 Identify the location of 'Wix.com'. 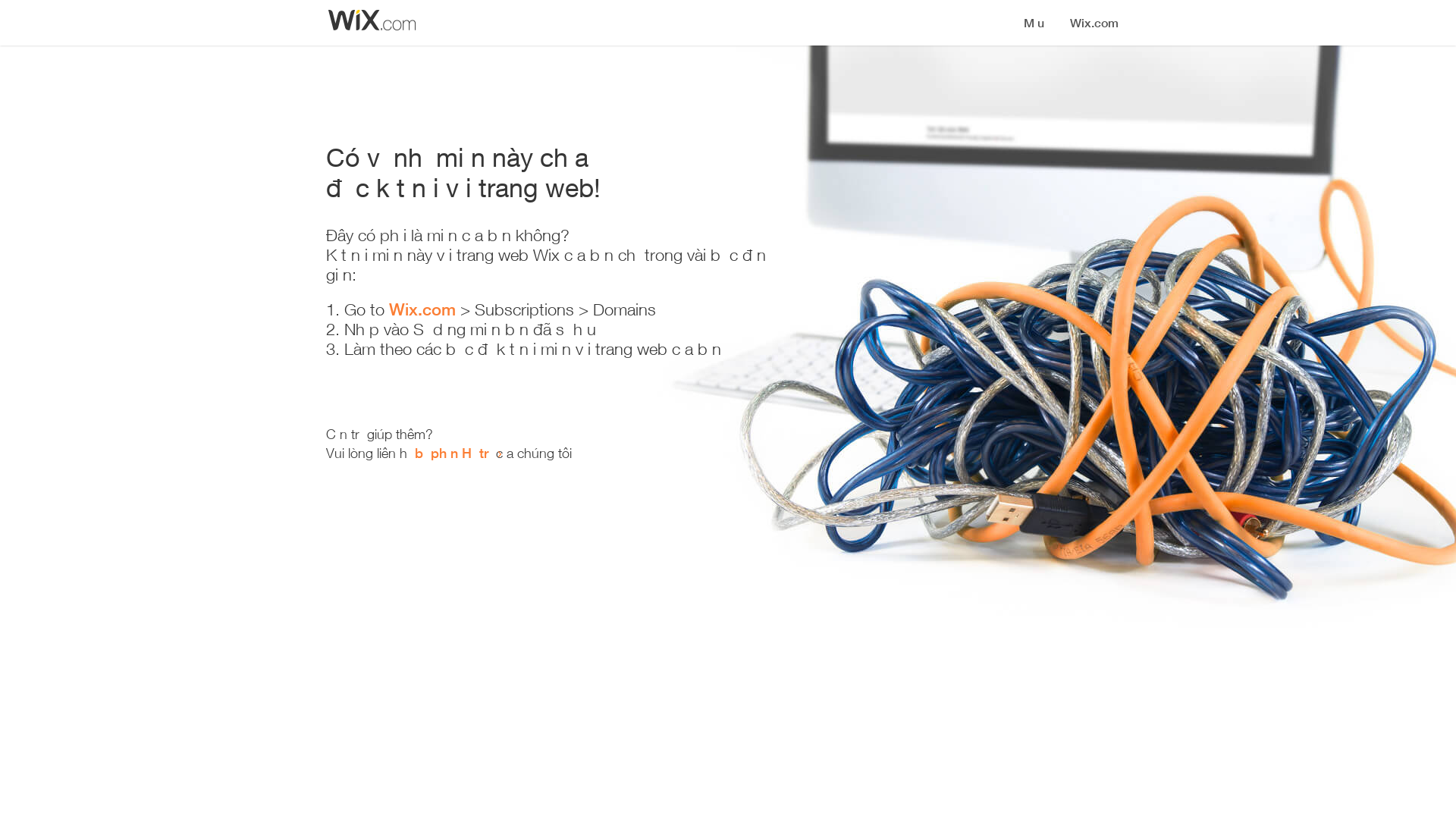
(422, 309).